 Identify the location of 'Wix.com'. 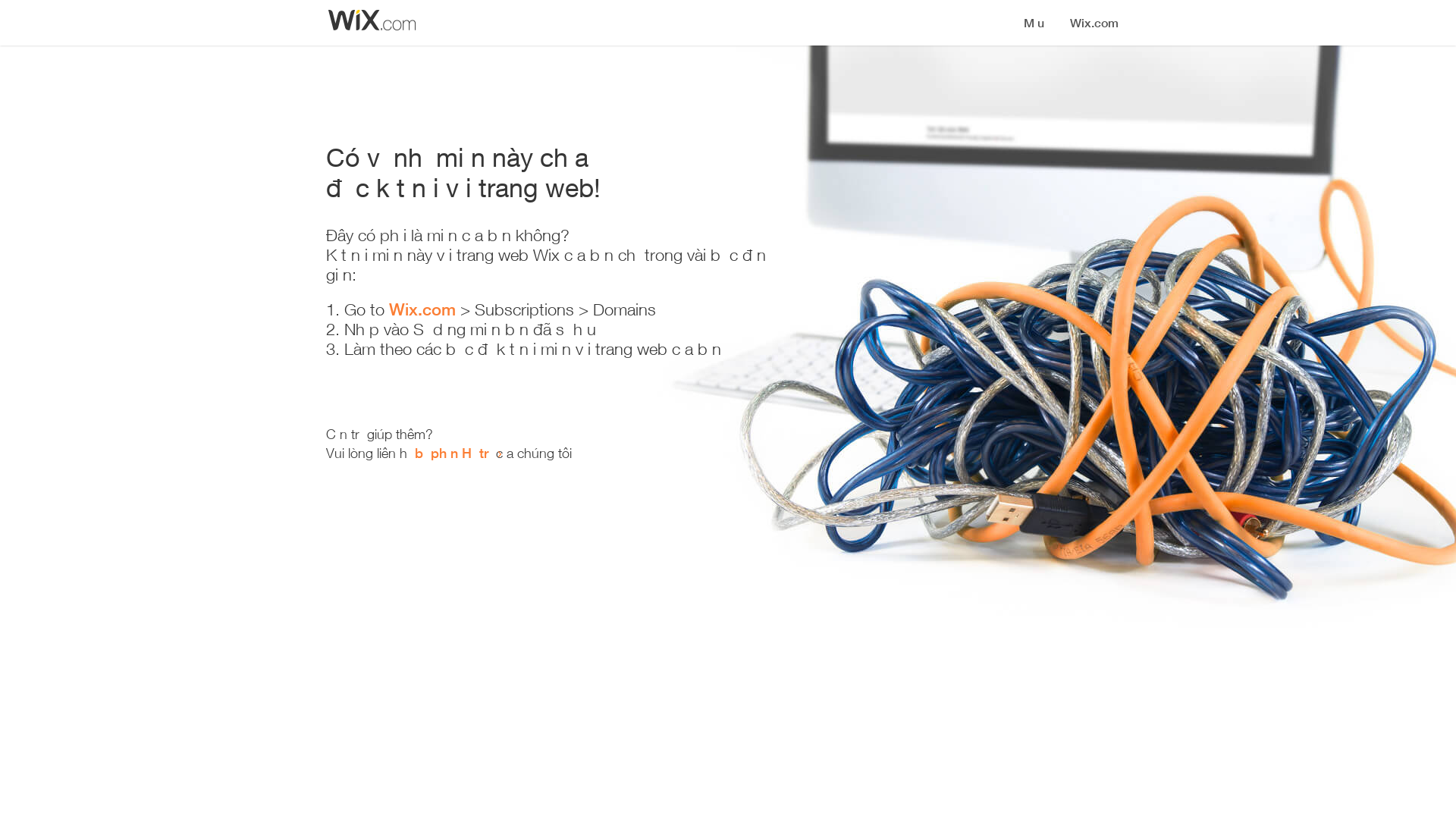
(422, 309).